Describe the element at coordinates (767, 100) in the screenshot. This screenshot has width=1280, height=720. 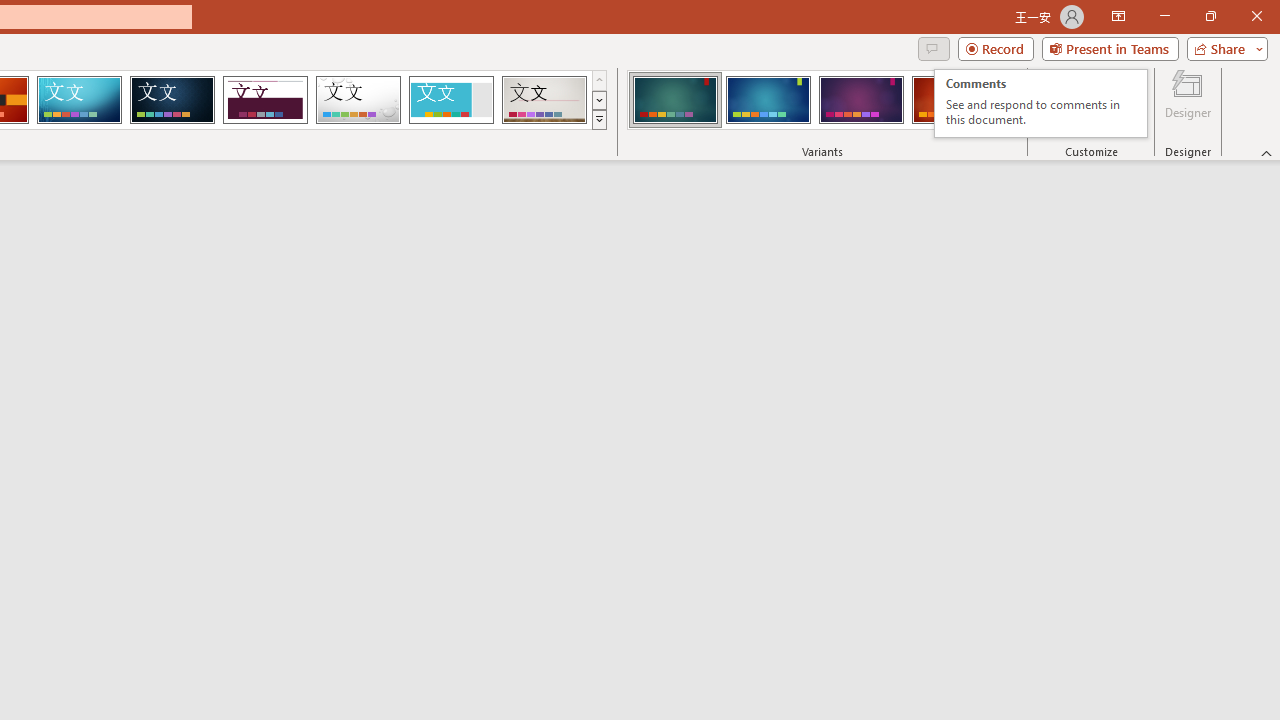
I see `'Ion Variant 2'` at that location.